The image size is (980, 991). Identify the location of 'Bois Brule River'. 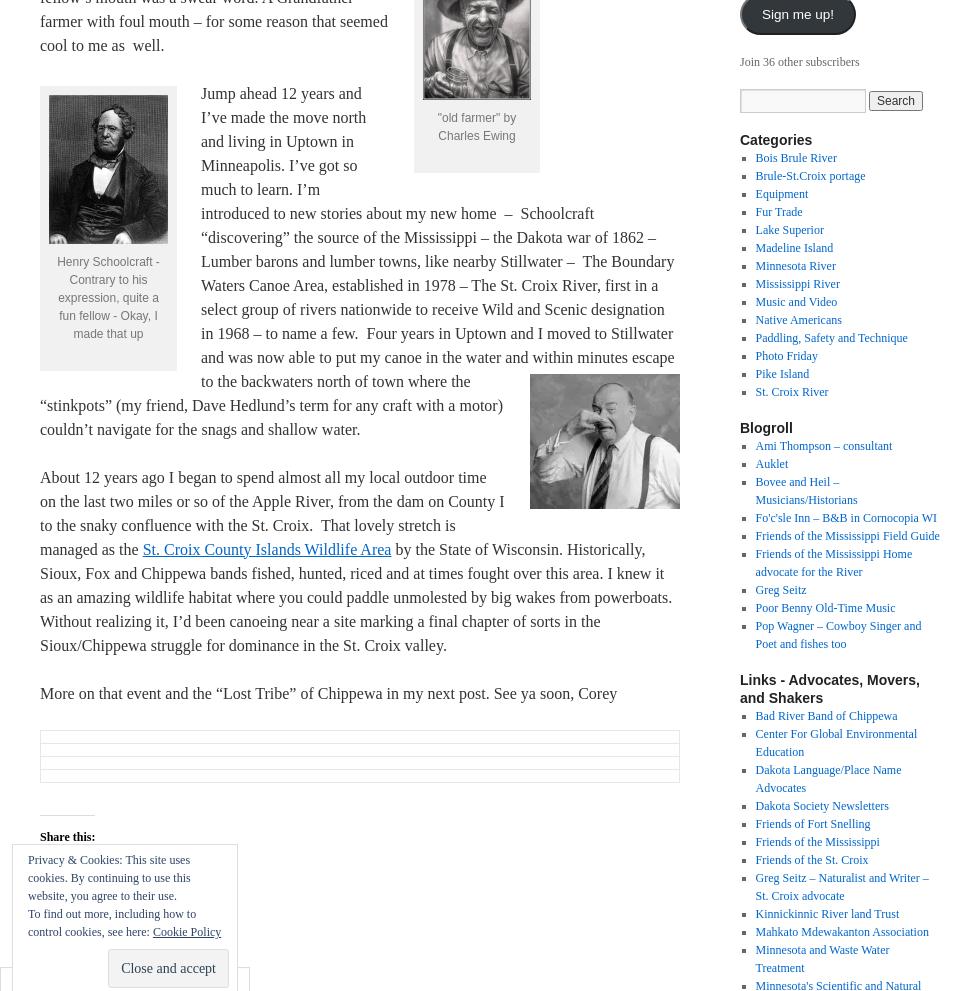
(795, 157).